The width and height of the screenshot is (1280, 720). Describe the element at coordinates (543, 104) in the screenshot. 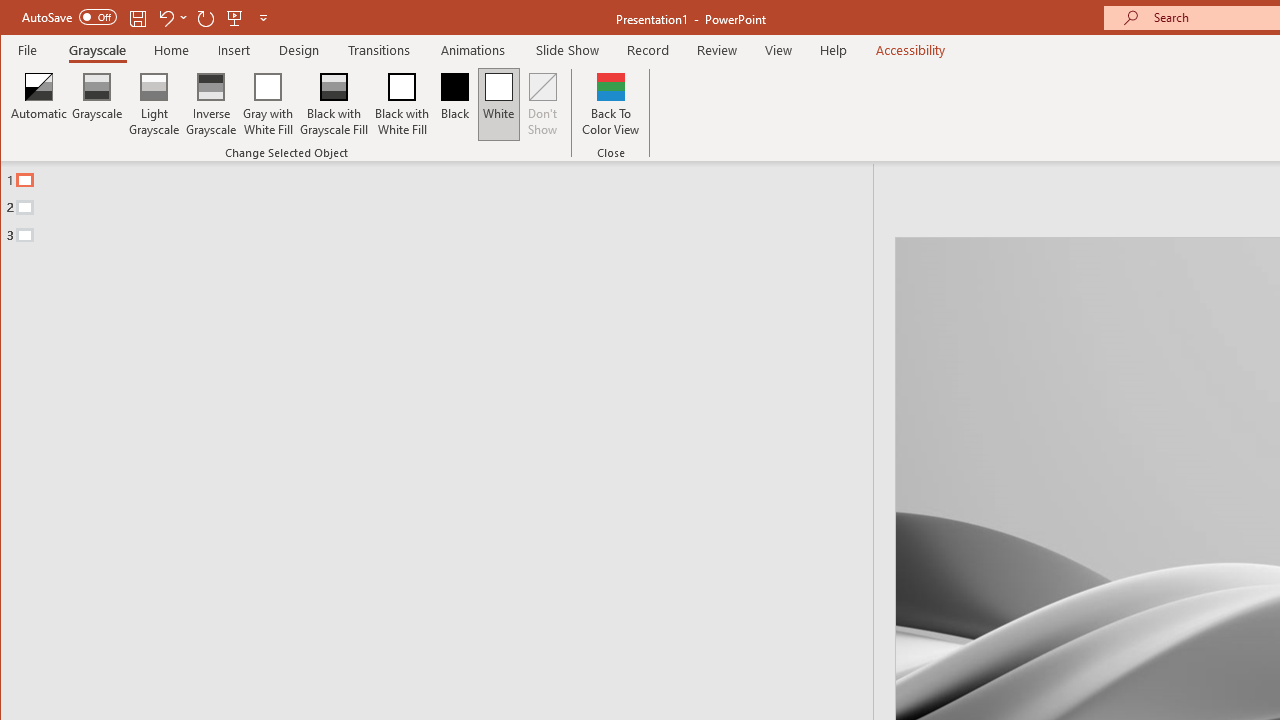

I see `'Don'` at that location.